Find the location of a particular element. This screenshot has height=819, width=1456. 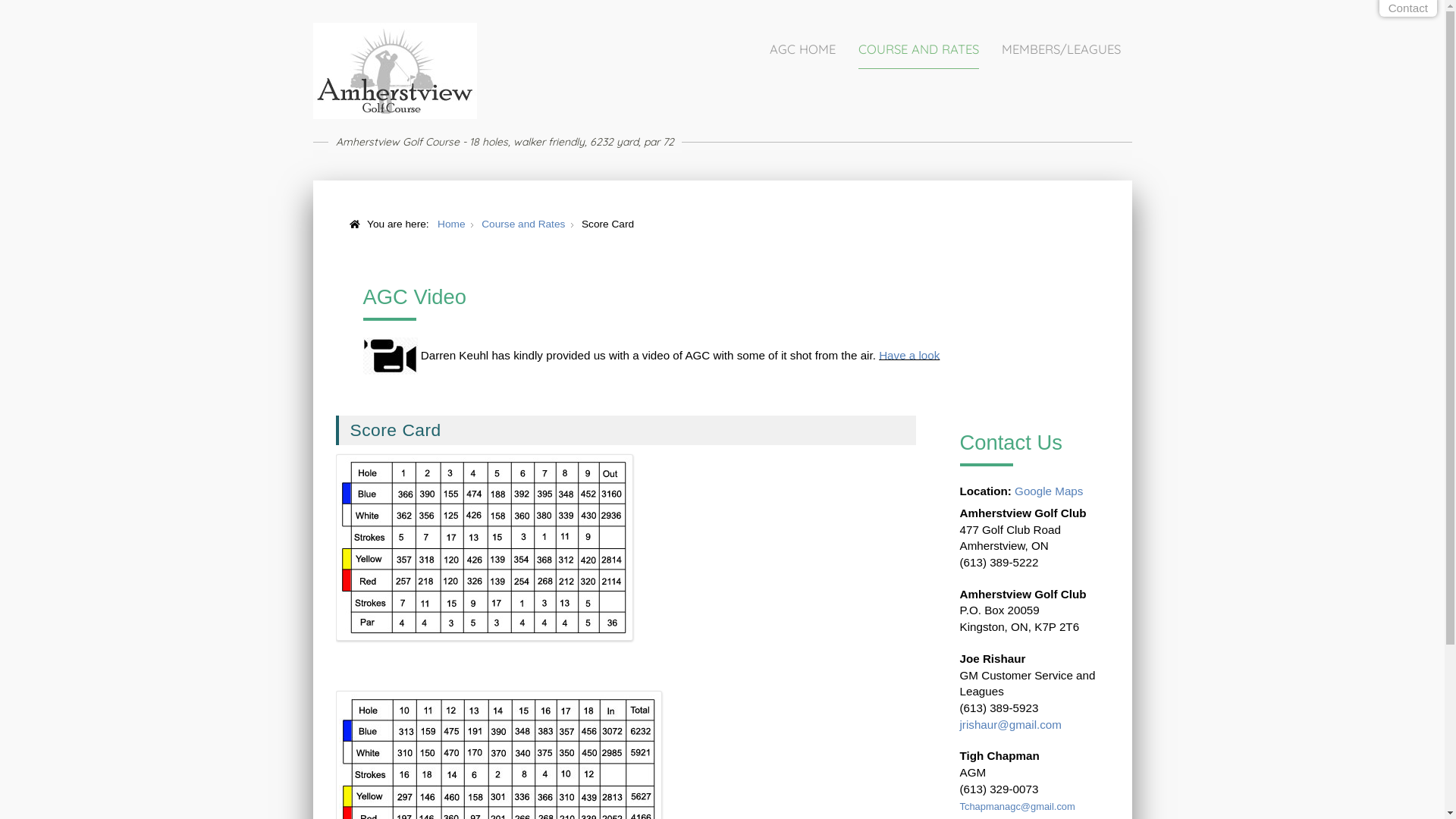

'jrishaur@gmail.com' is located at coordinates (959, 723).